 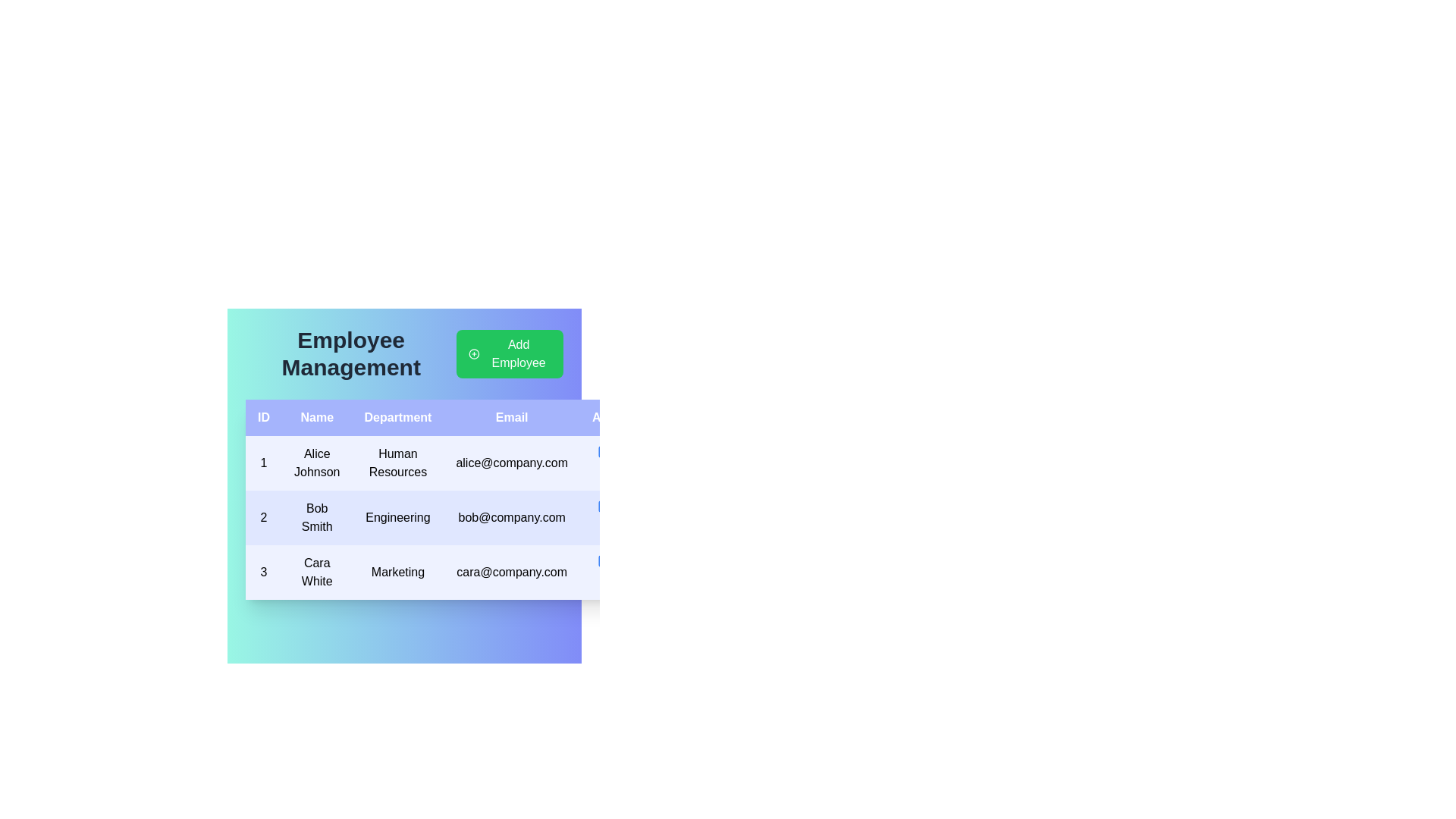 What do you see at coordinates (263, 462) in the screenshot?
I see `the static text field displaying '1' in the first cell of the 'ID' column in the 'Employee Management' table` at bounding box center [263, 462].